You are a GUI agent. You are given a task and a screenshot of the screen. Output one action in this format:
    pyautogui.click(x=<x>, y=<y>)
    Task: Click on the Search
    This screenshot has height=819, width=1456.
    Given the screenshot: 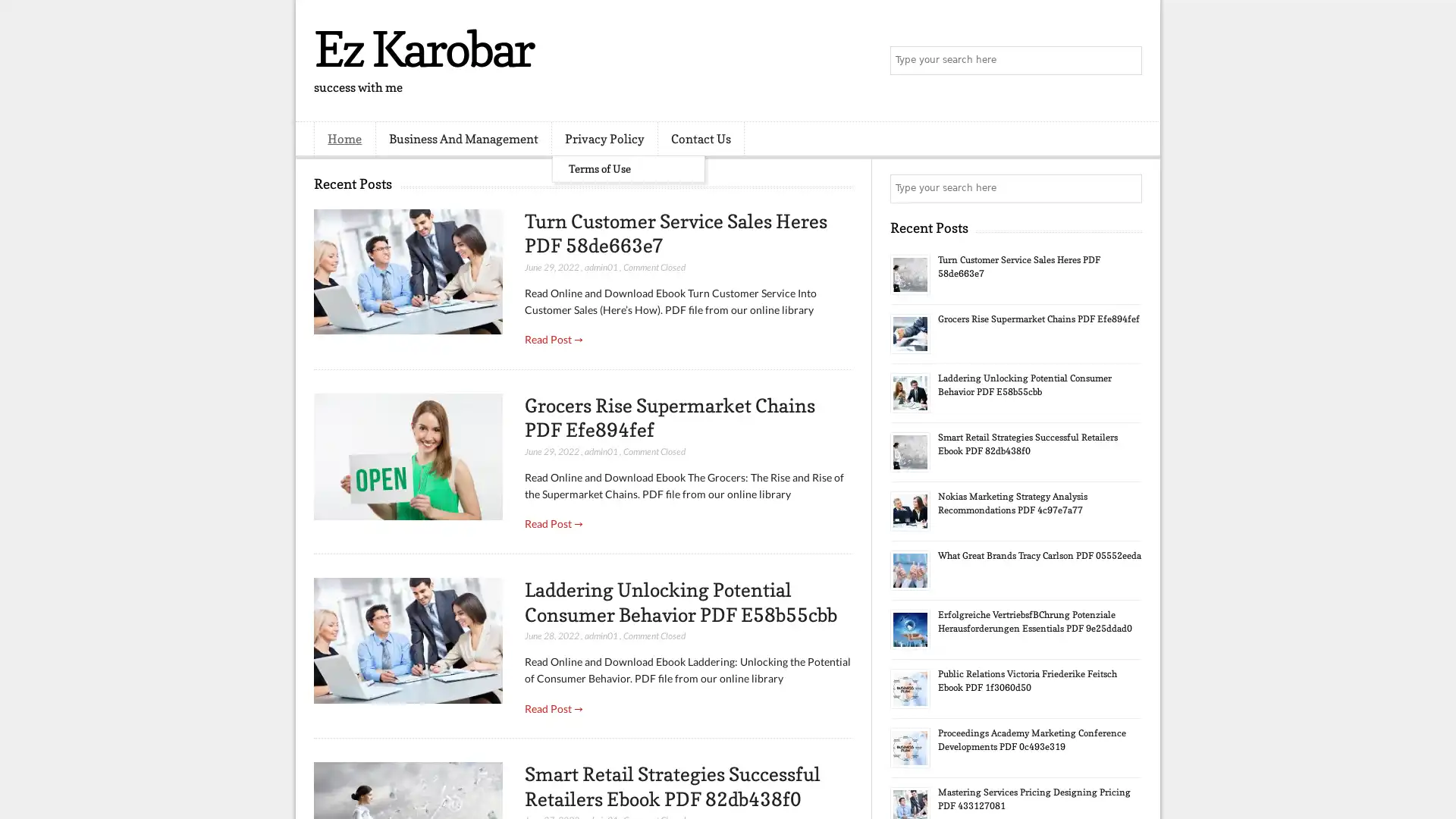 What is the action you would take?
    pyautogui.click(x=1126, y=188)
    